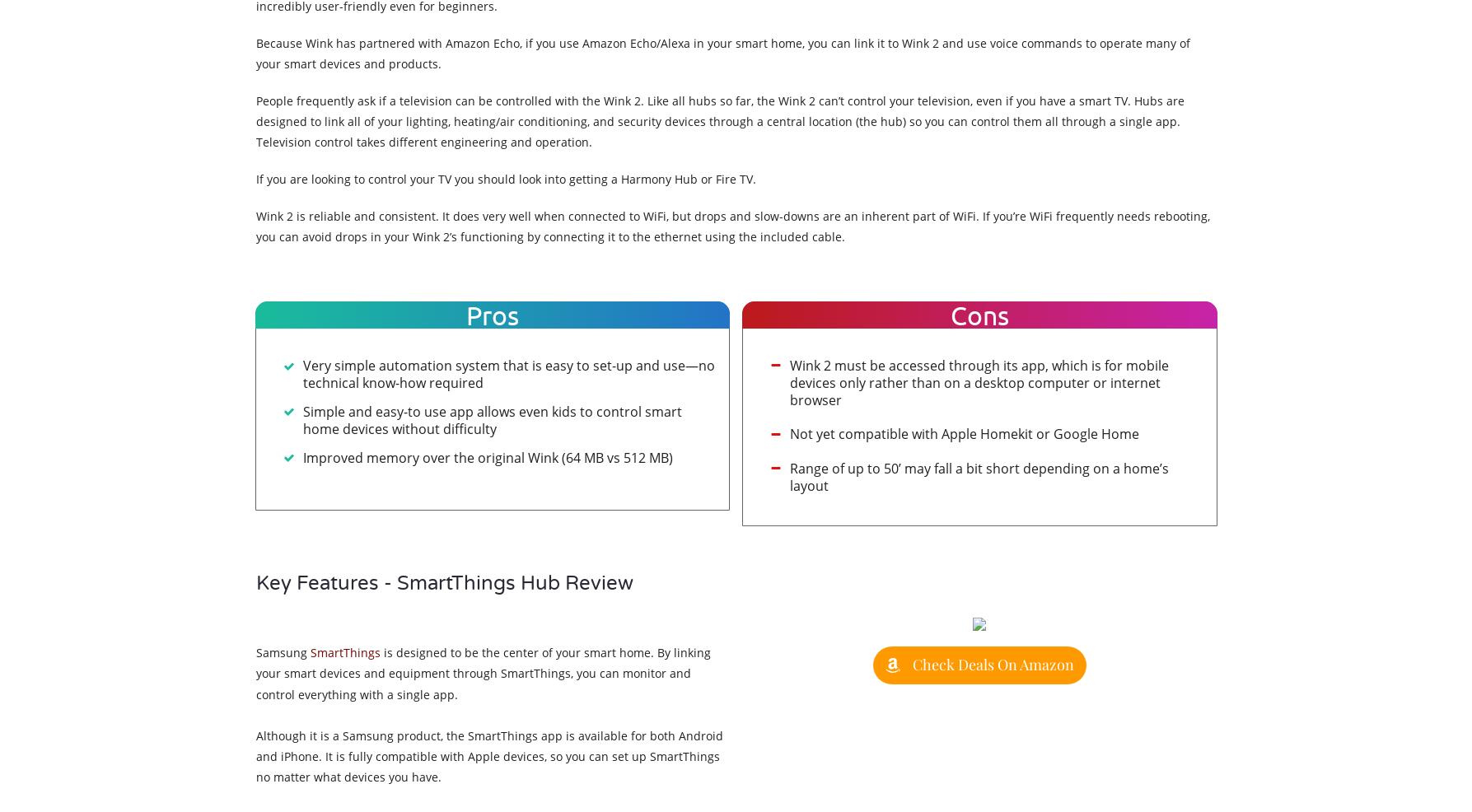  What do you see at coordinates (486, 456) in the screenshot?
I see `'Improved memory over the original Wink (64 MB vs 512 MB)'` at bounding box center [486, 456].